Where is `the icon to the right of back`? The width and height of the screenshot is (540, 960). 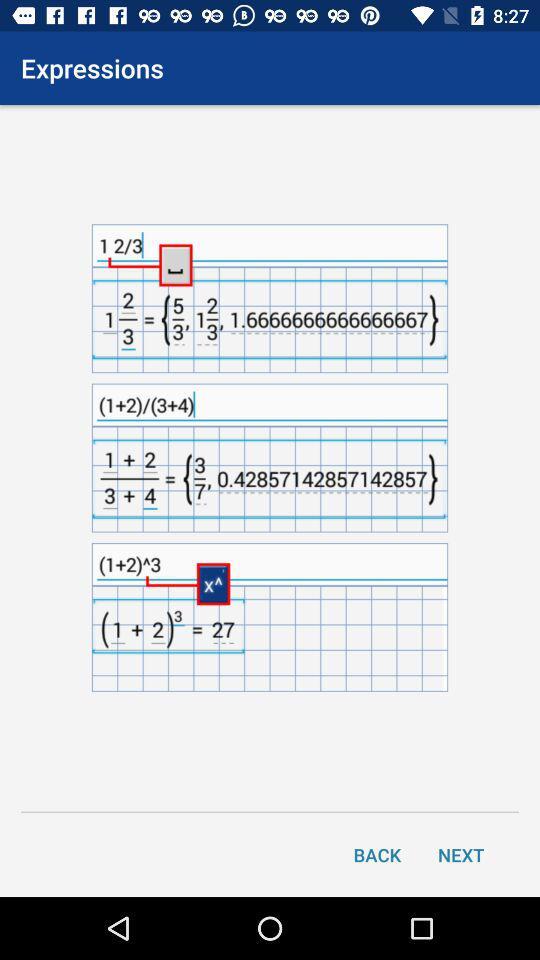 the icon to the right of back is located at coordinates (461, 853).